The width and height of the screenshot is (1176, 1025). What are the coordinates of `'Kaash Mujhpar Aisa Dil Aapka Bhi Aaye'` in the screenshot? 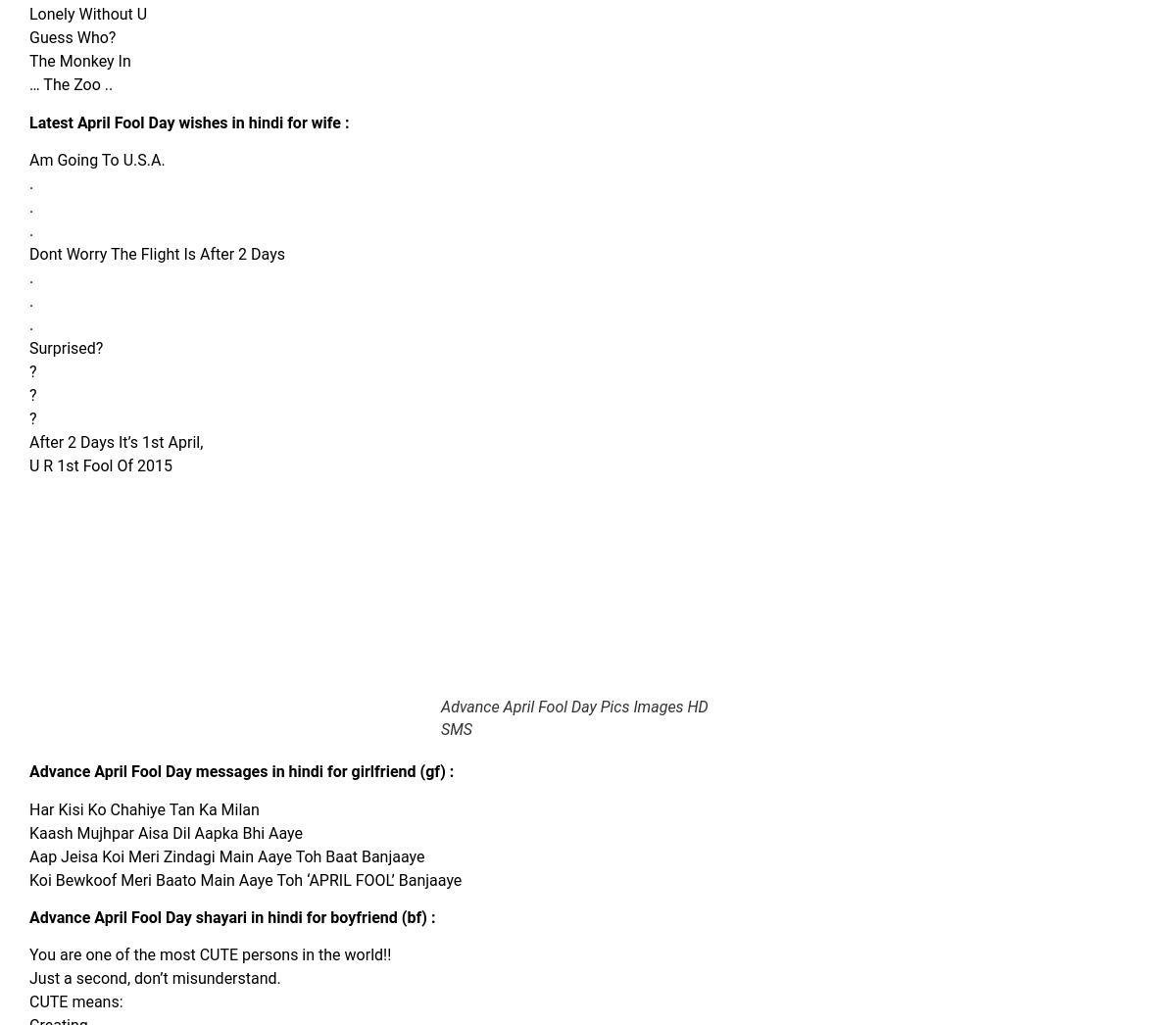 It's located at (165, 831).